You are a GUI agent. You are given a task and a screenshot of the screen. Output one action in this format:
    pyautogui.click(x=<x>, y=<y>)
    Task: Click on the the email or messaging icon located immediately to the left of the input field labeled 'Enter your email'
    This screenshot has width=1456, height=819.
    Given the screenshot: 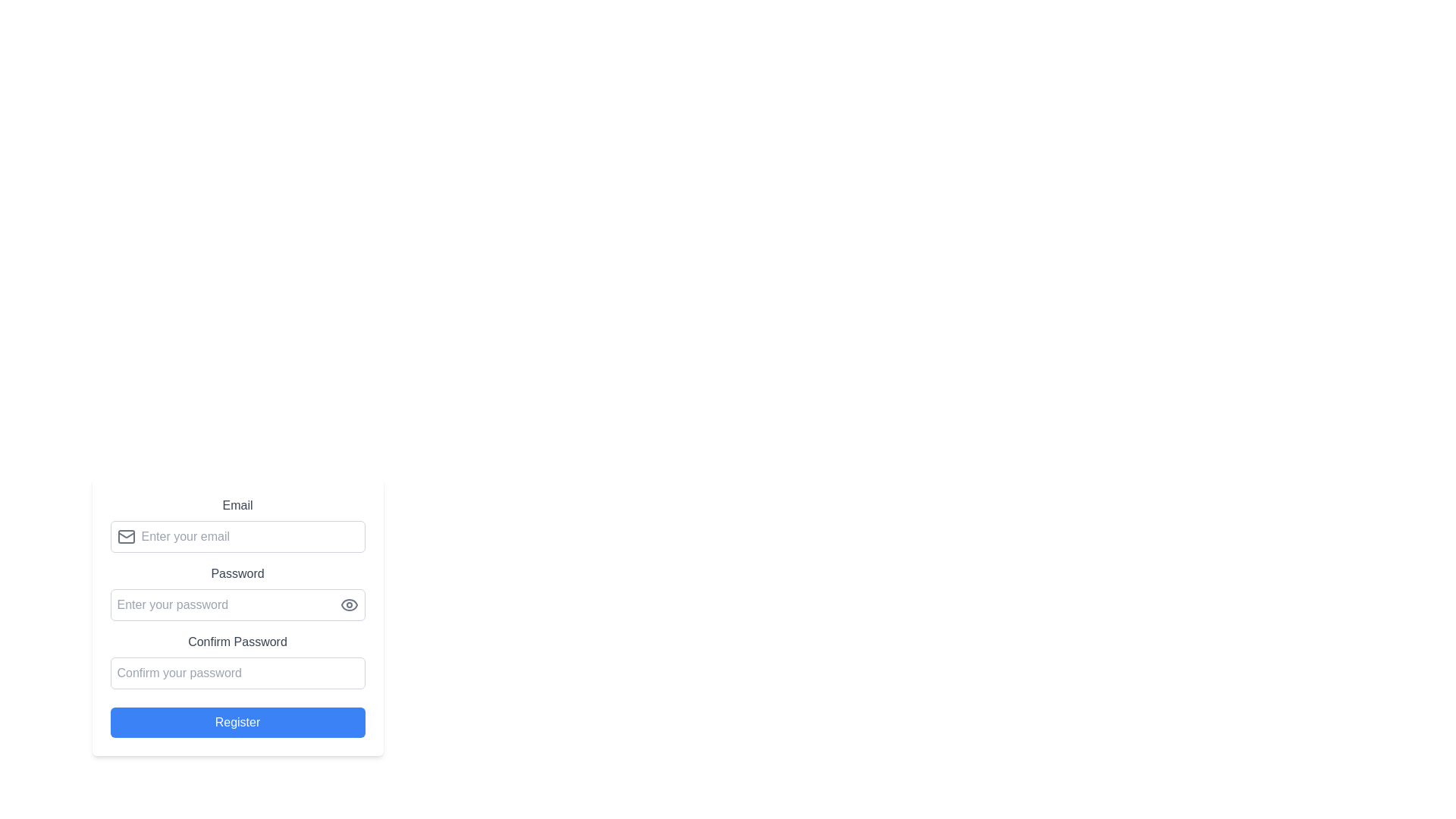 What is the action you would take?
    pyautogui.click(x=126, y=536)
    